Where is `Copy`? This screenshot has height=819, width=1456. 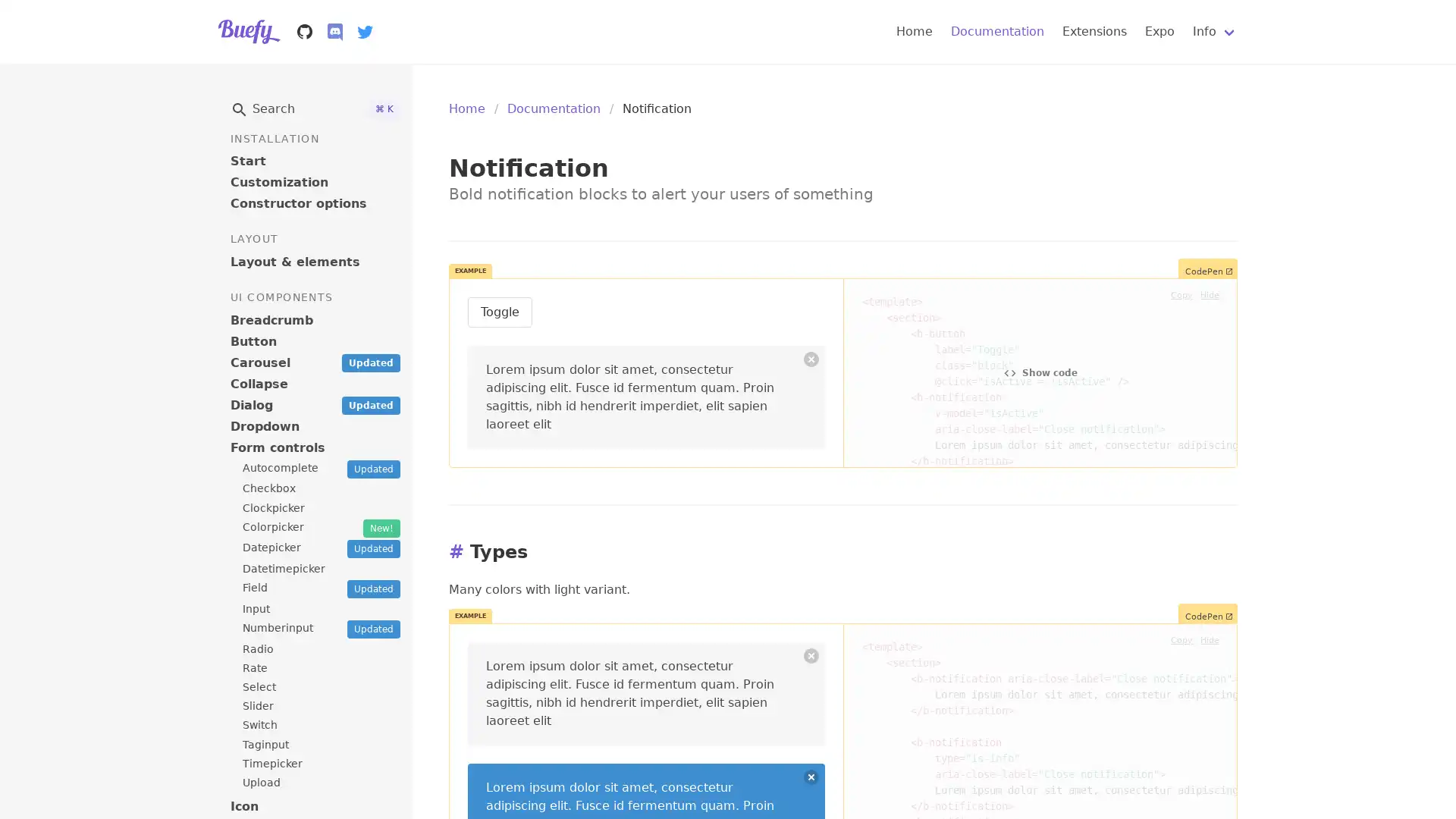 Copy is located at coordinates (1181, 637).